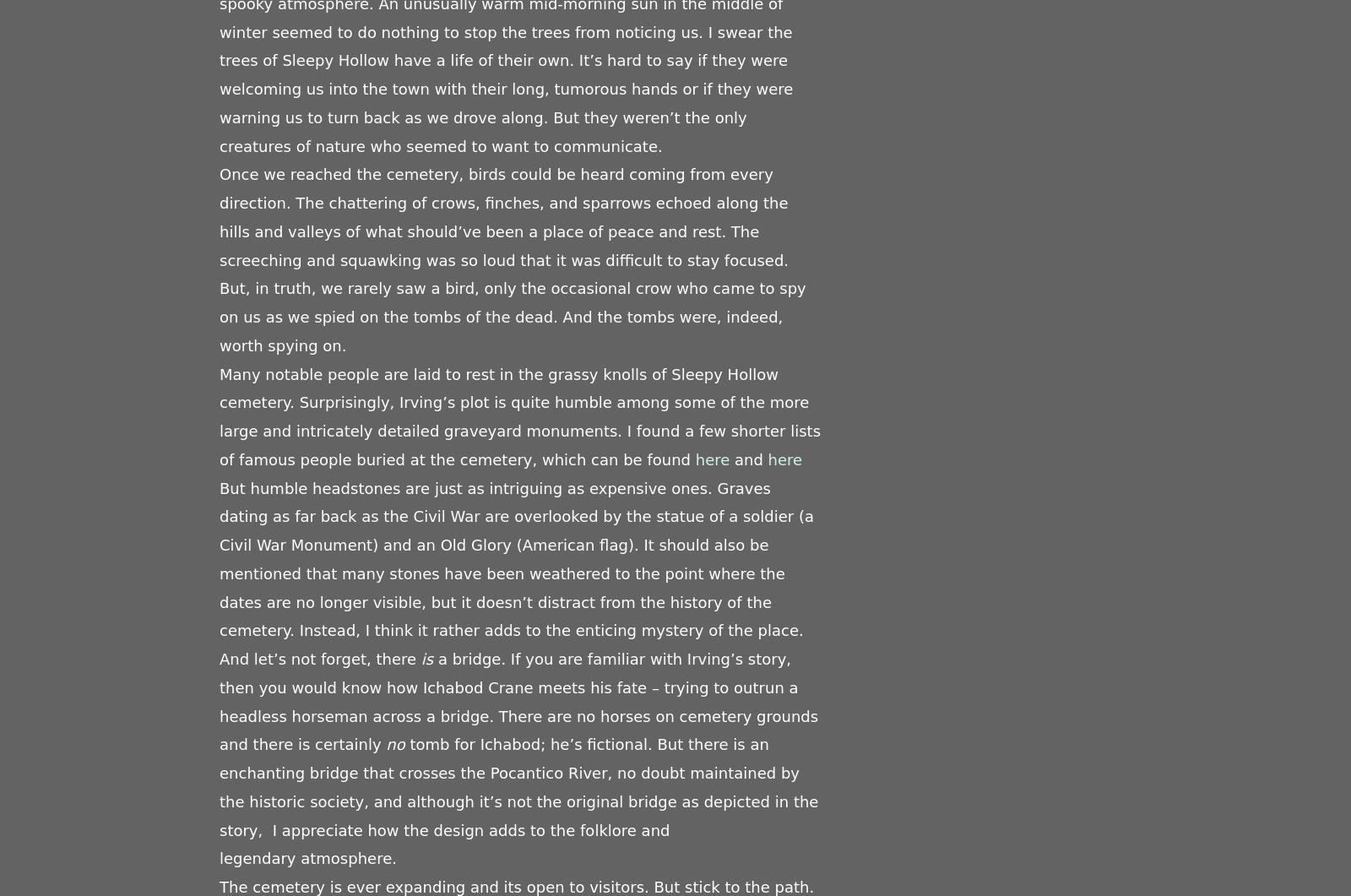 The image size is (1351, 896). I want to click on 'And let’s not forget, there', so click(320, 659).